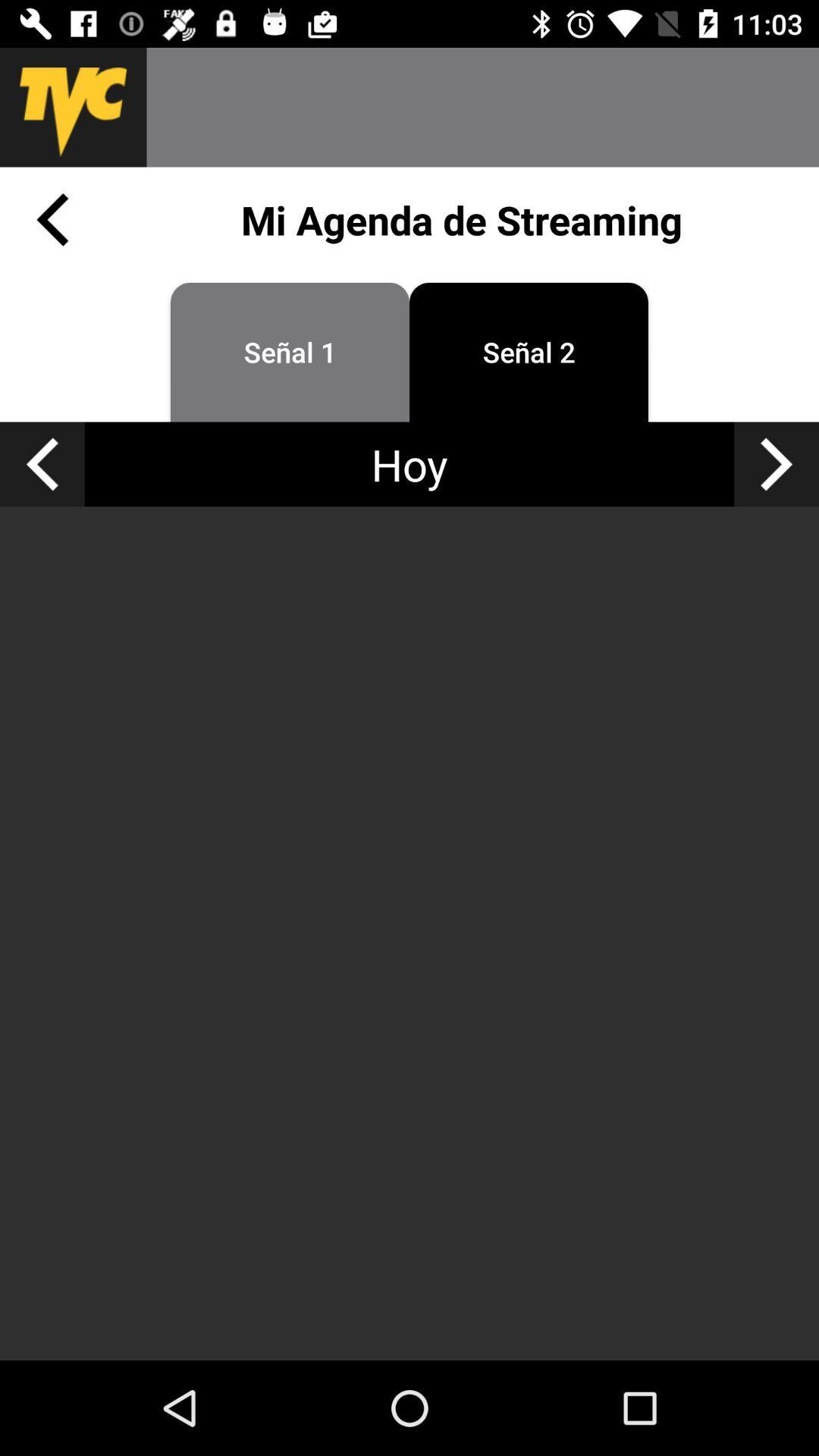 The image size is (819, 1456). I want to click on the app above mi agenda de item, so click(482, 106).